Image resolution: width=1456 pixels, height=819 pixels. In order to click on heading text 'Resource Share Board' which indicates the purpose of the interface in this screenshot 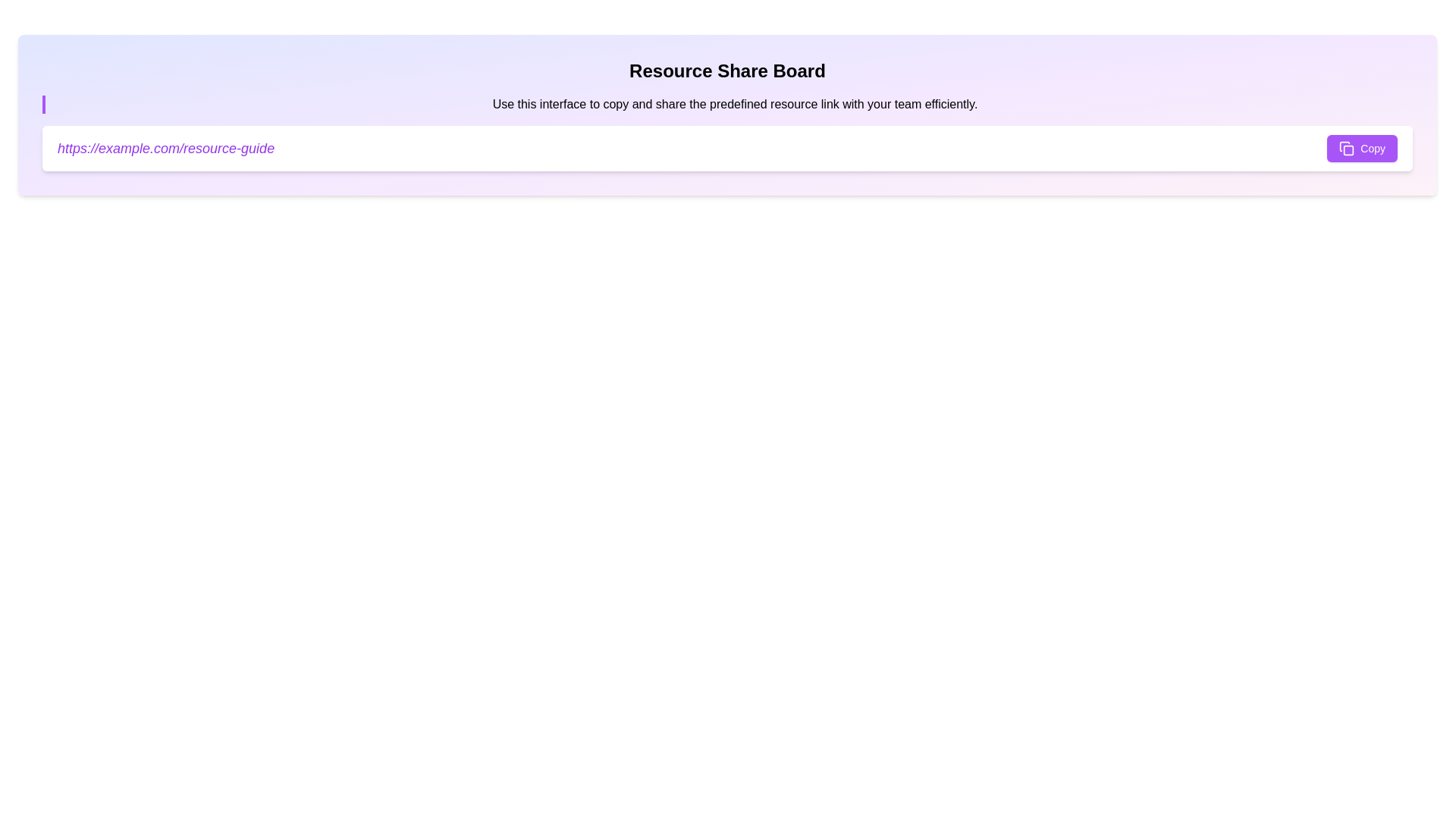, I will do `click(726, 71)`.